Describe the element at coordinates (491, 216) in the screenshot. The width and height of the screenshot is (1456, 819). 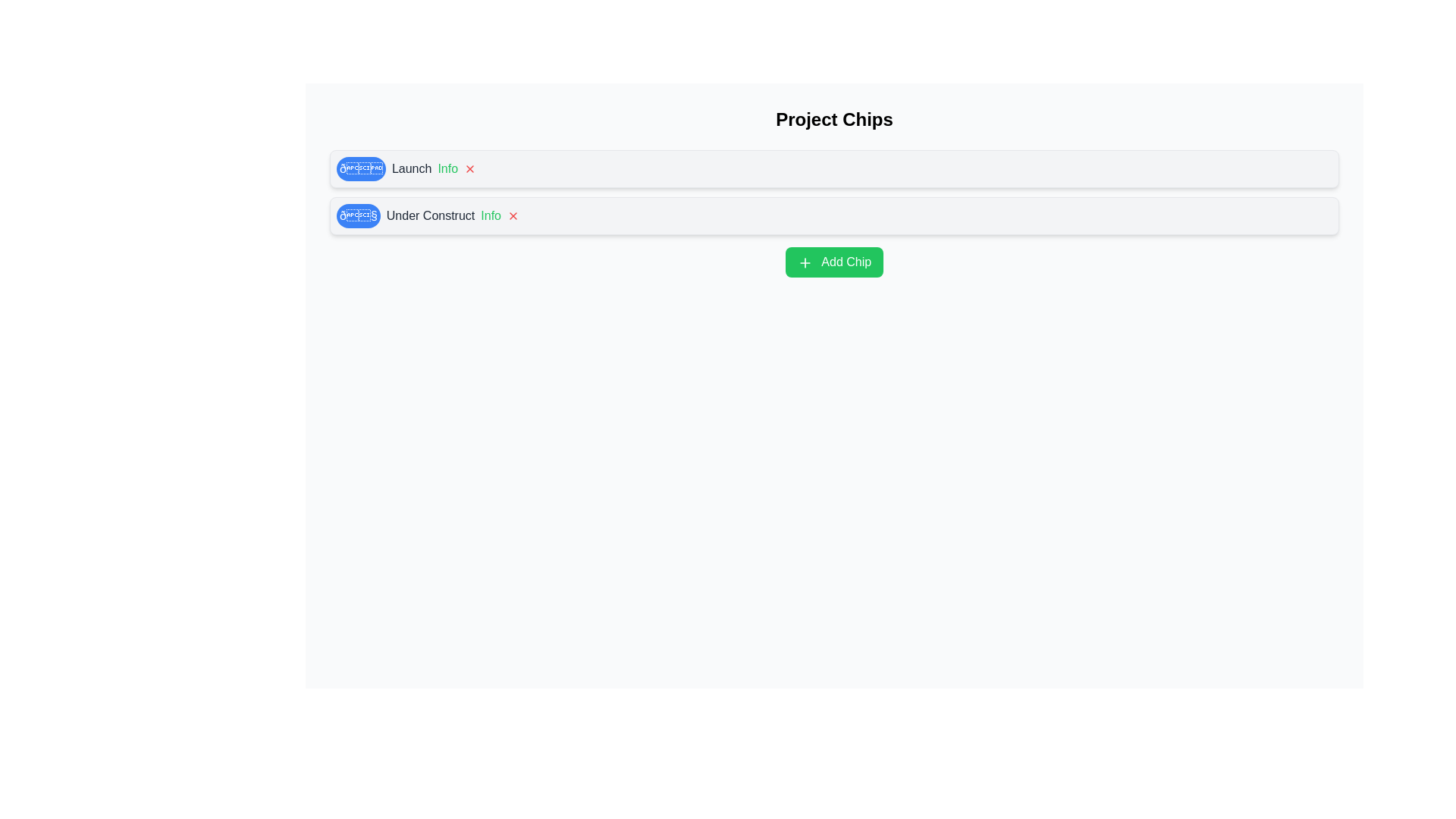
I see `'Info' button on the chip labeled Under Construct` at that location.